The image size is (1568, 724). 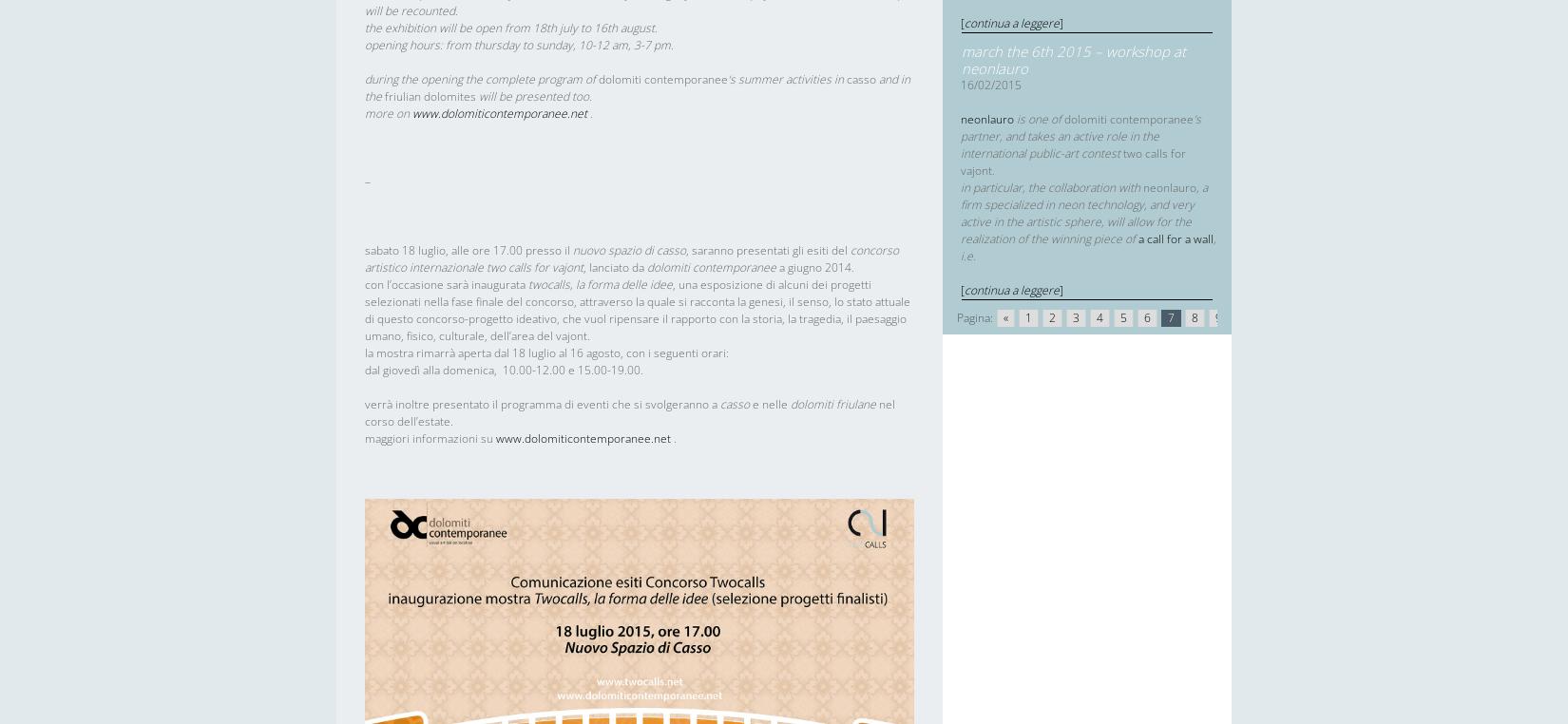 What do you see at coordinates (628, 411) in the screenshot?
I see `'nel corso dell’estate.'` at bounding box center [628, 411].